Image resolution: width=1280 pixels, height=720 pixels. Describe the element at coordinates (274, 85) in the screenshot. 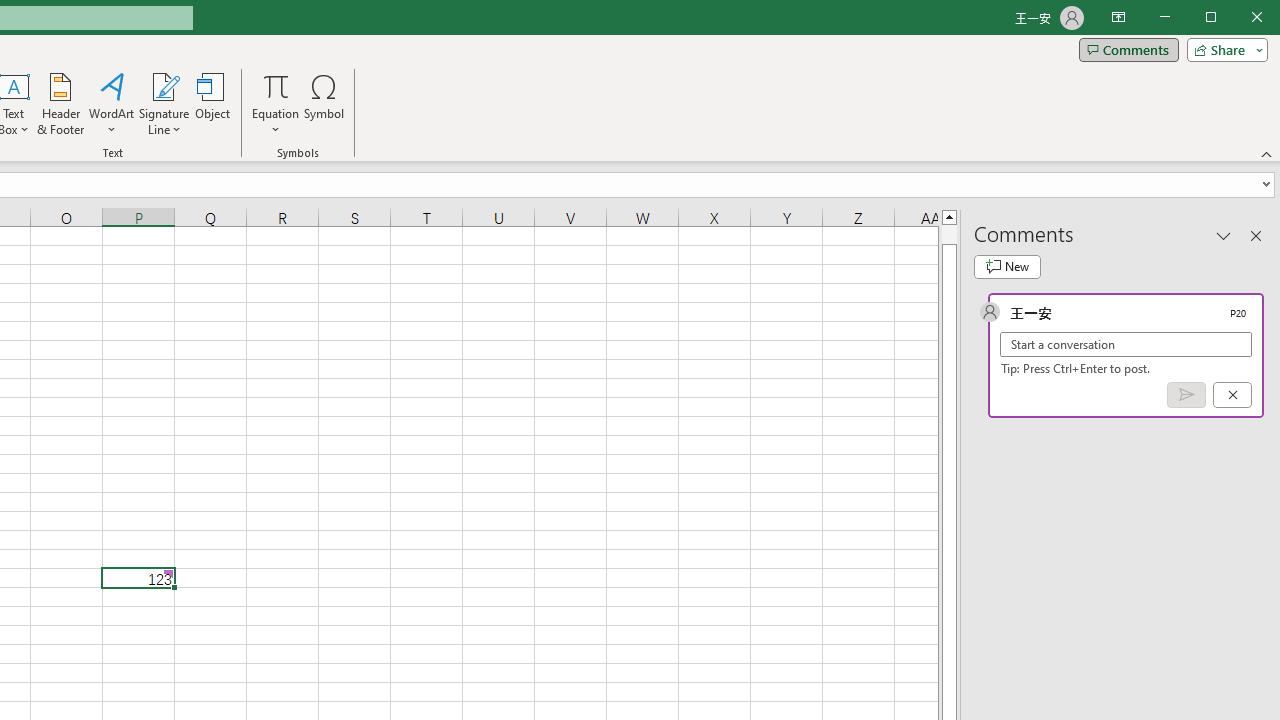

I see `'Equation'` at that location.